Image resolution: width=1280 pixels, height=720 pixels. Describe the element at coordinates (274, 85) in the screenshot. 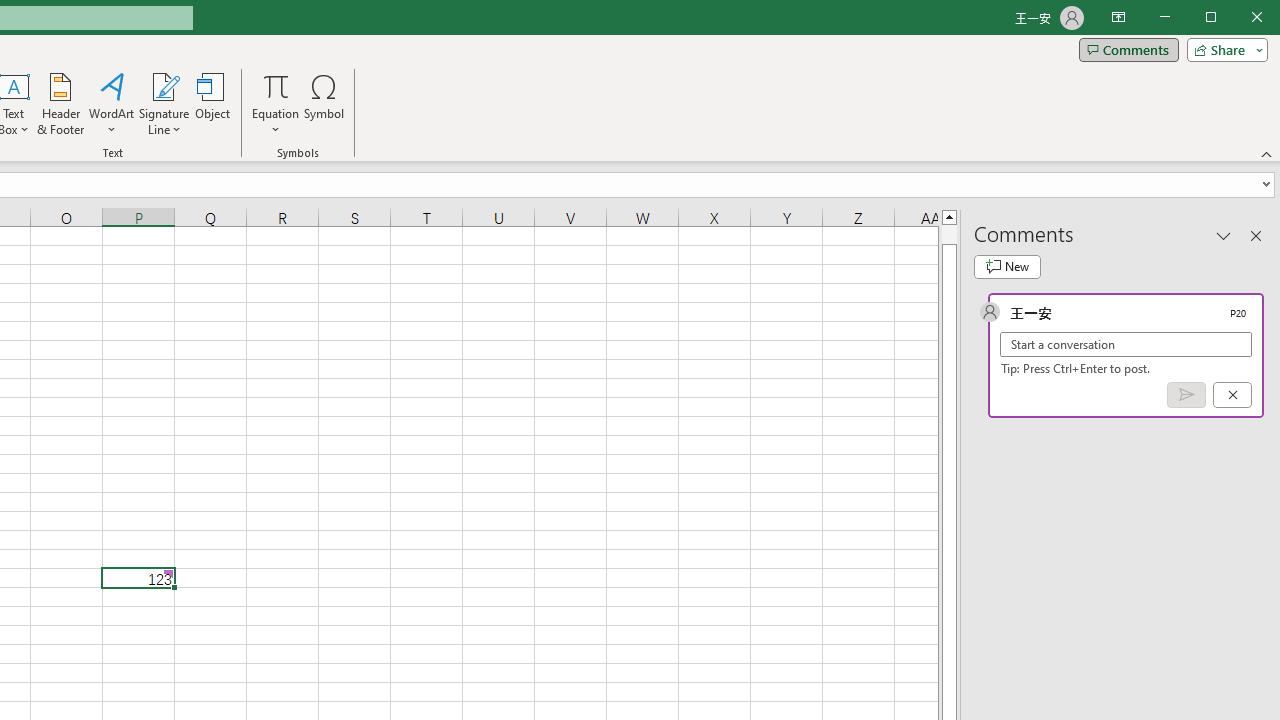

I see `'Equation'` at that location.